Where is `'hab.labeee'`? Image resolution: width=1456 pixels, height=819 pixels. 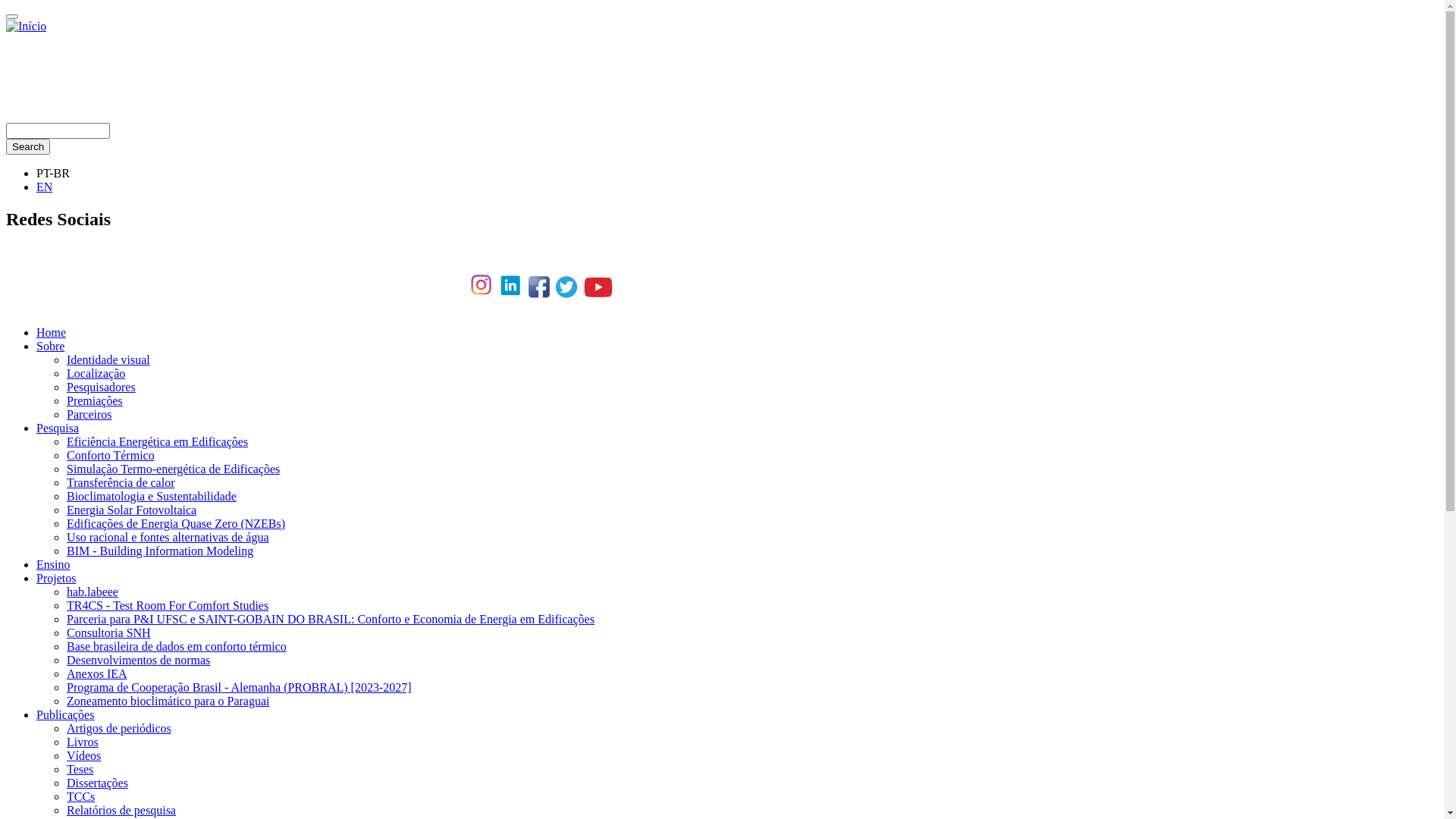
'hab.labeee' is located at coordinates (91, 591).